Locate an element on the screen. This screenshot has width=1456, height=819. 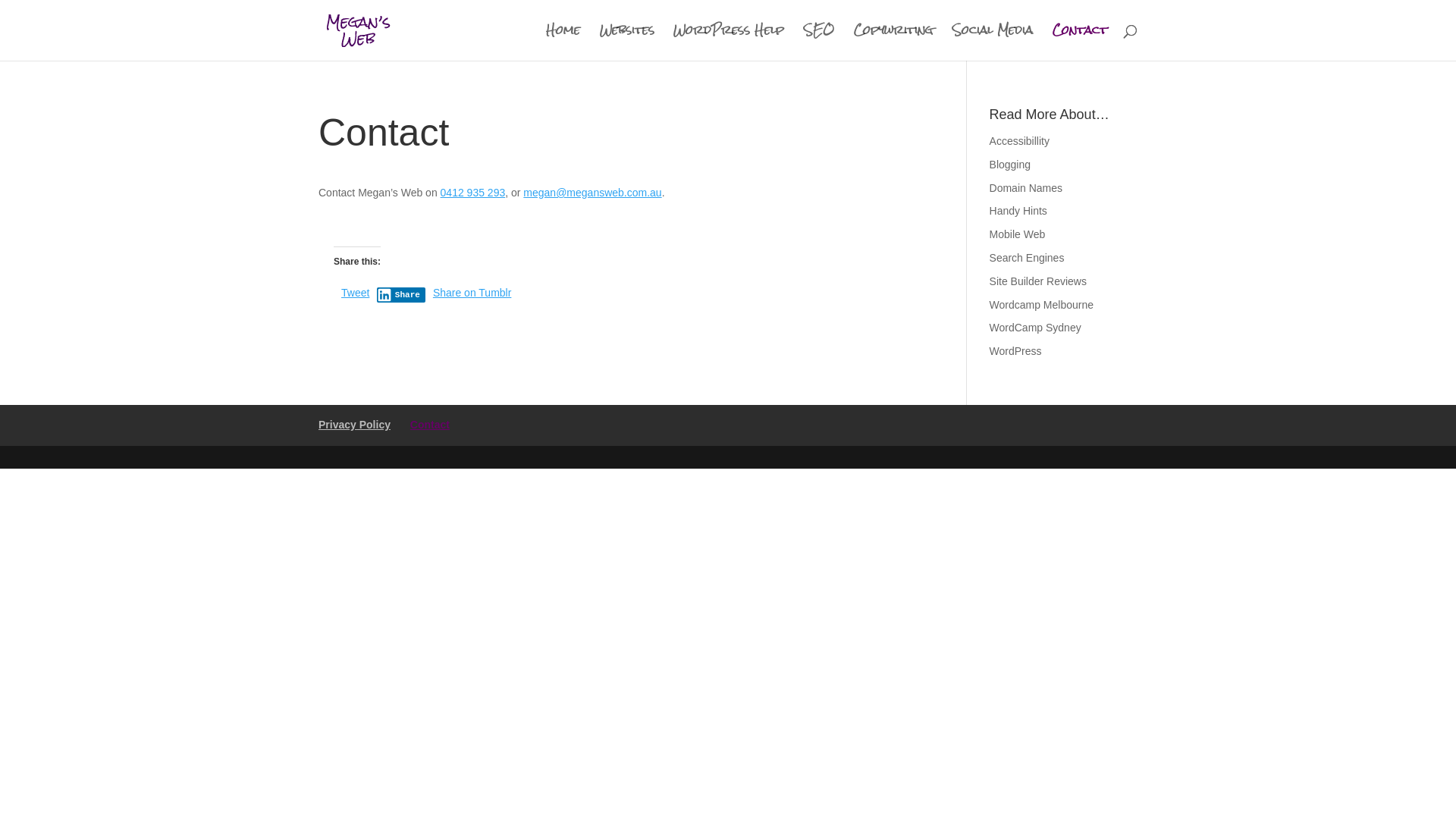
'Privacy Policy' is located at coordinates (353, 424).